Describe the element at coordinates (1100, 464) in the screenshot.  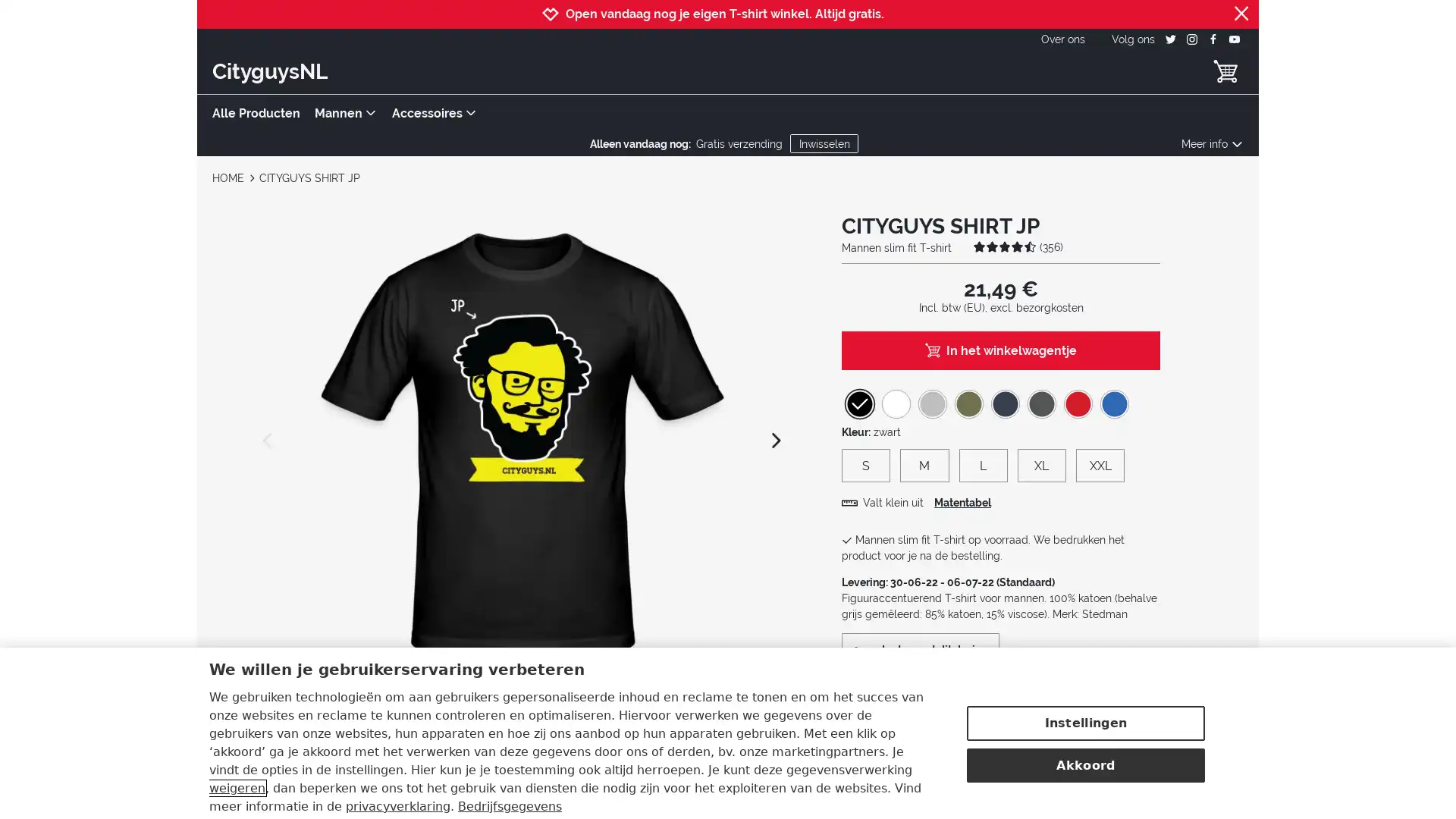
I see `XXL` at that location.